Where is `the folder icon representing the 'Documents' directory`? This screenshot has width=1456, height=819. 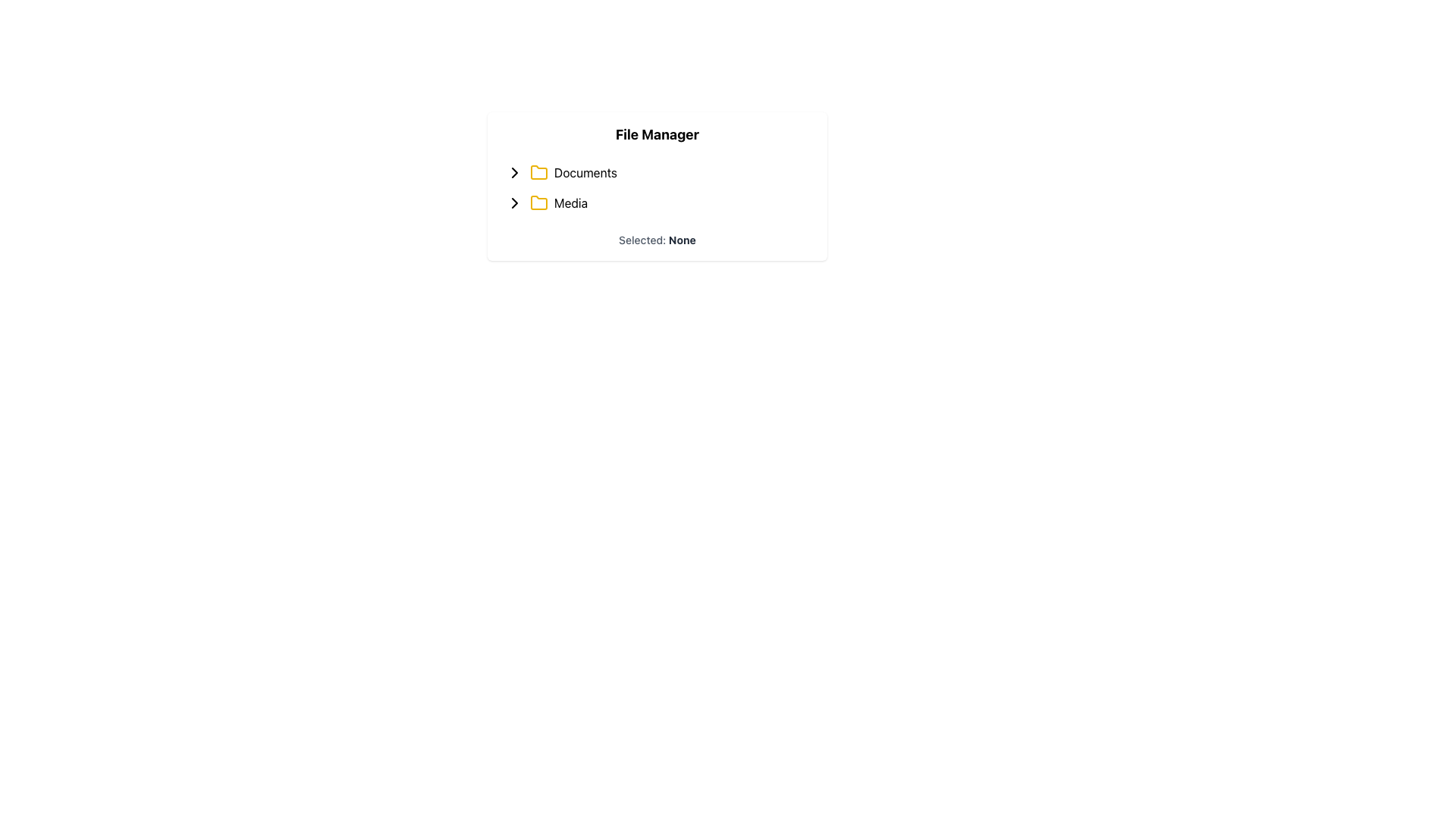
the folder icon representing the 'Documents' directory is located at coordinates (538, 171).